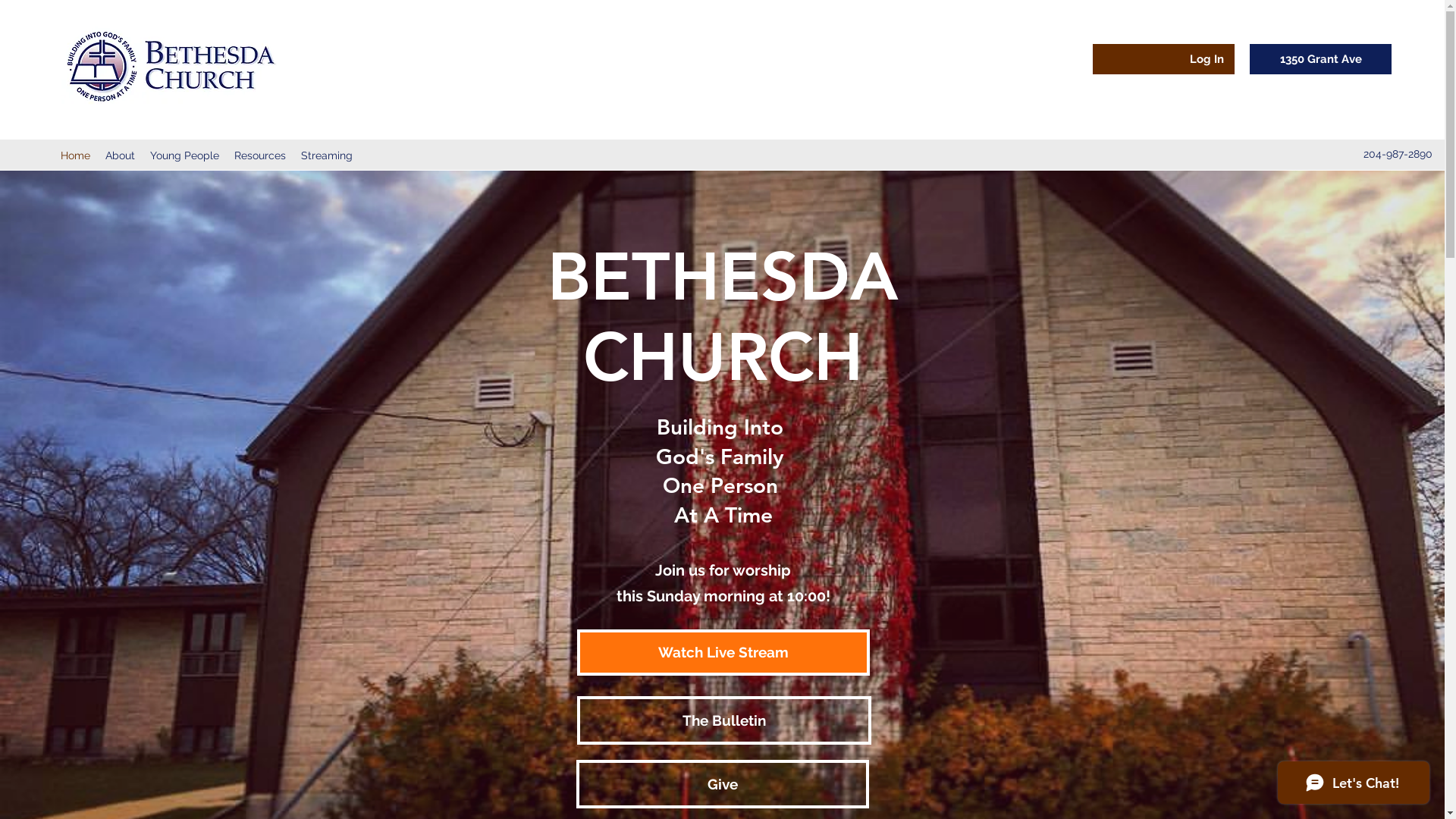 Image resolution: width=1456 pixels, height=819 pixels. Describe the element at coordinates (1319, 58) in the screenshot. I see `'1350 Grant Ave'` at that location.